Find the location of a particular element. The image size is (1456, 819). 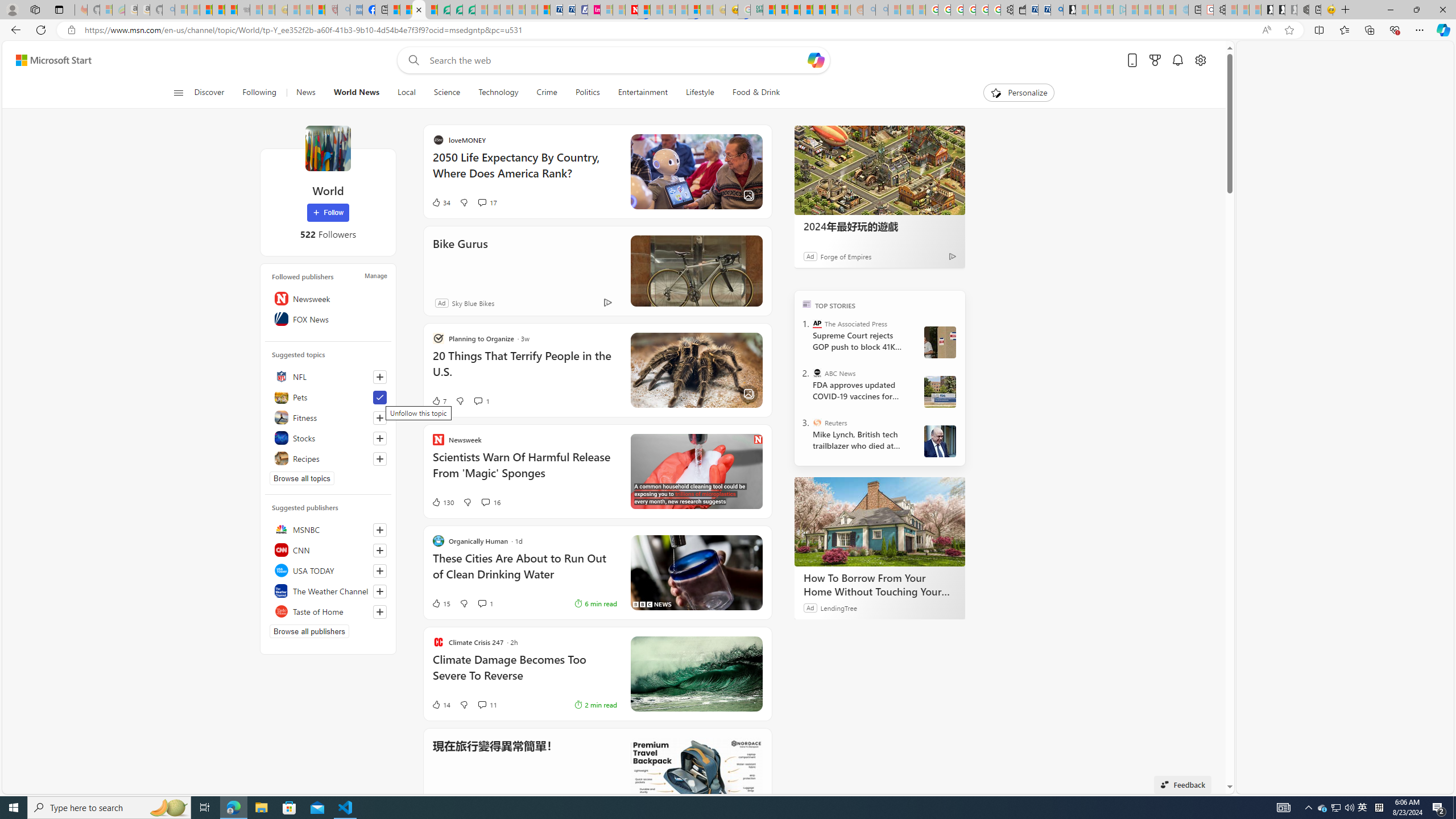

'The Weather Channel' is located at coordinates (327, 590).